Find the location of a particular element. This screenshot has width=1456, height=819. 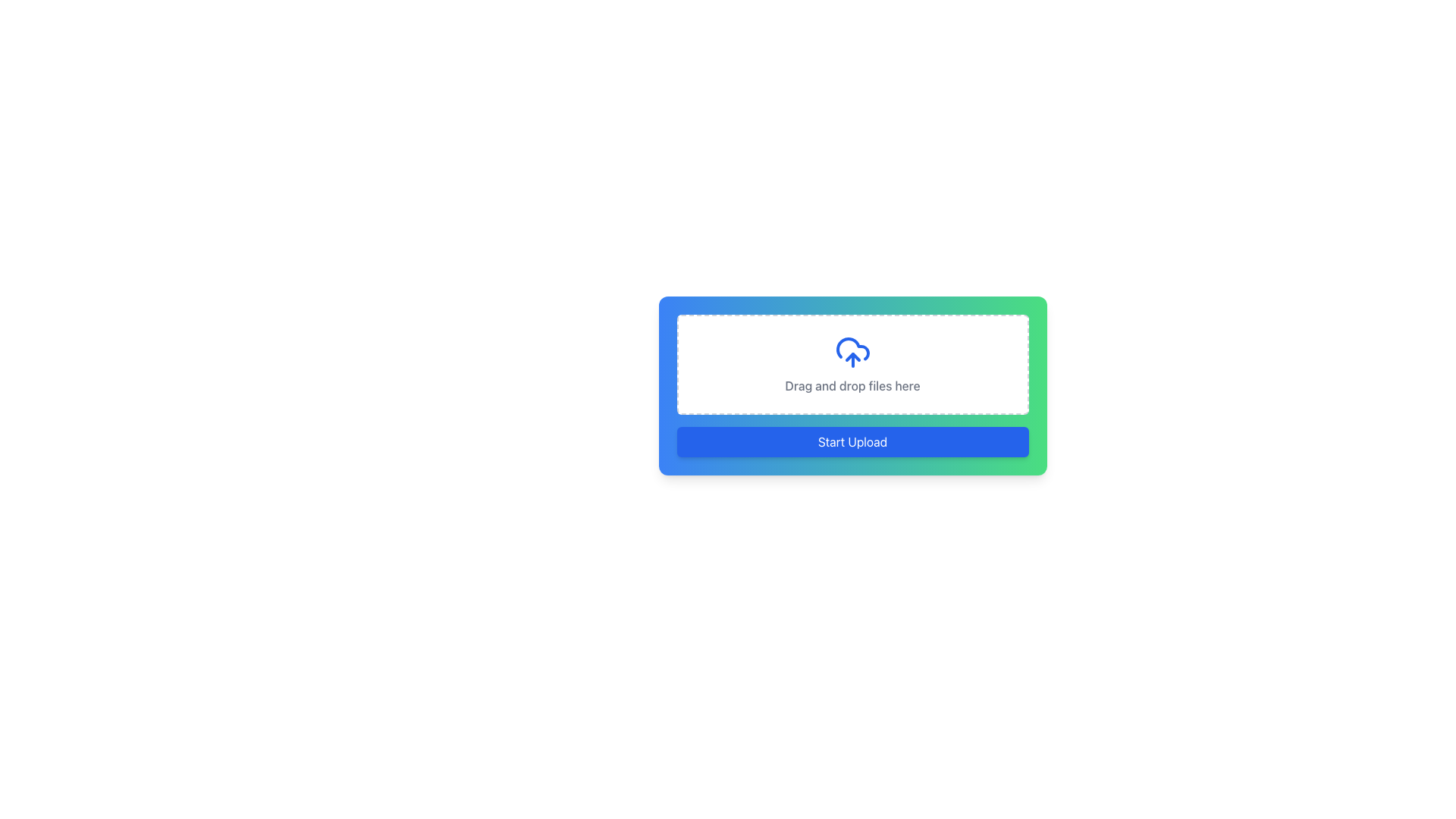

the upload button located below the text 'Drag and drop files here.' for keyboard interactions is located at coordinates (852, 441).